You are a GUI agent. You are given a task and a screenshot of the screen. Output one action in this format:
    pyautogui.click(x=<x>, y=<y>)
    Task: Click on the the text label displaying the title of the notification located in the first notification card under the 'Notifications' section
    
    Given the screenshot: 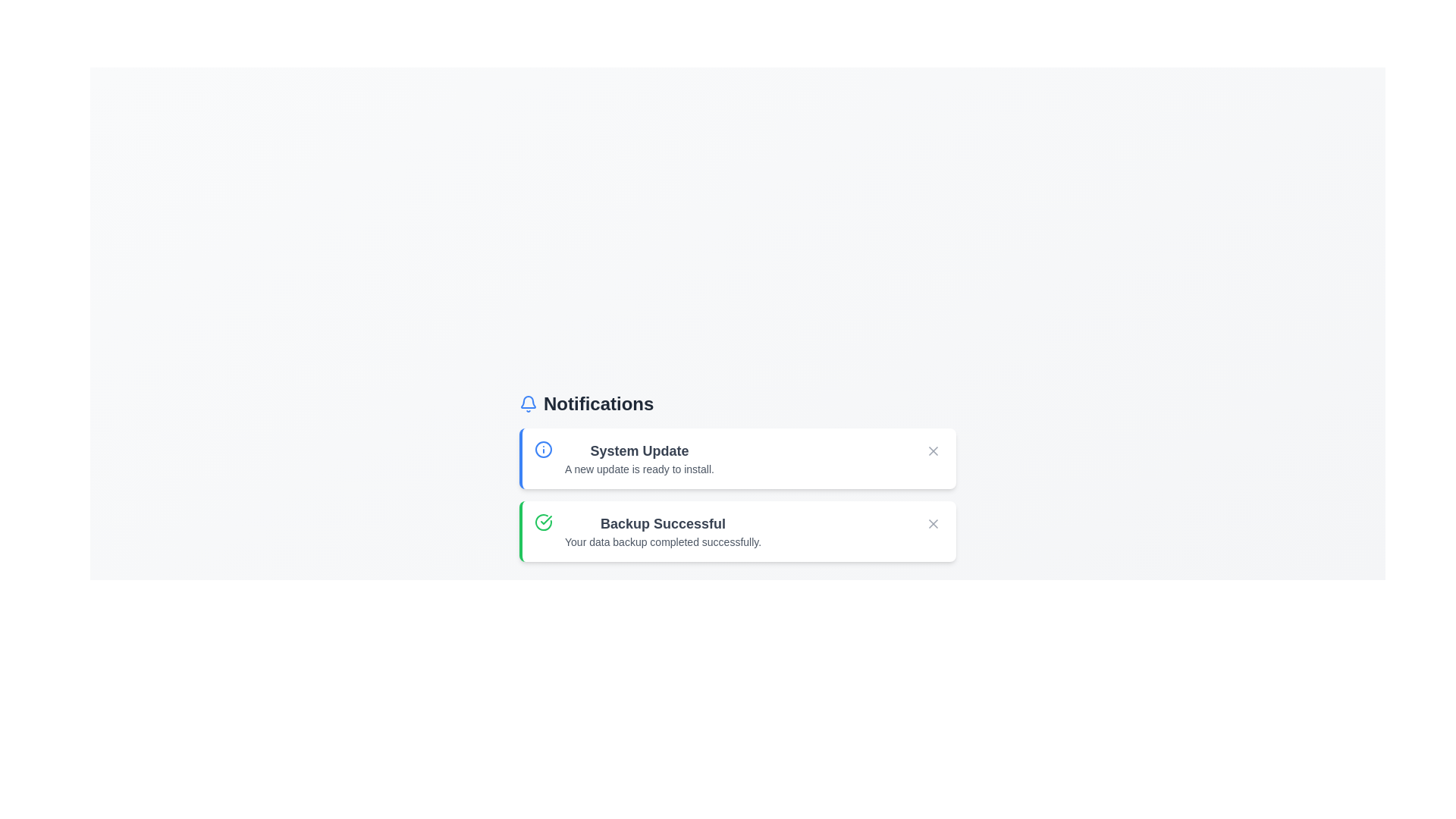 What is the action you would take?
    pyautogui.click(x=639, y=450)
    